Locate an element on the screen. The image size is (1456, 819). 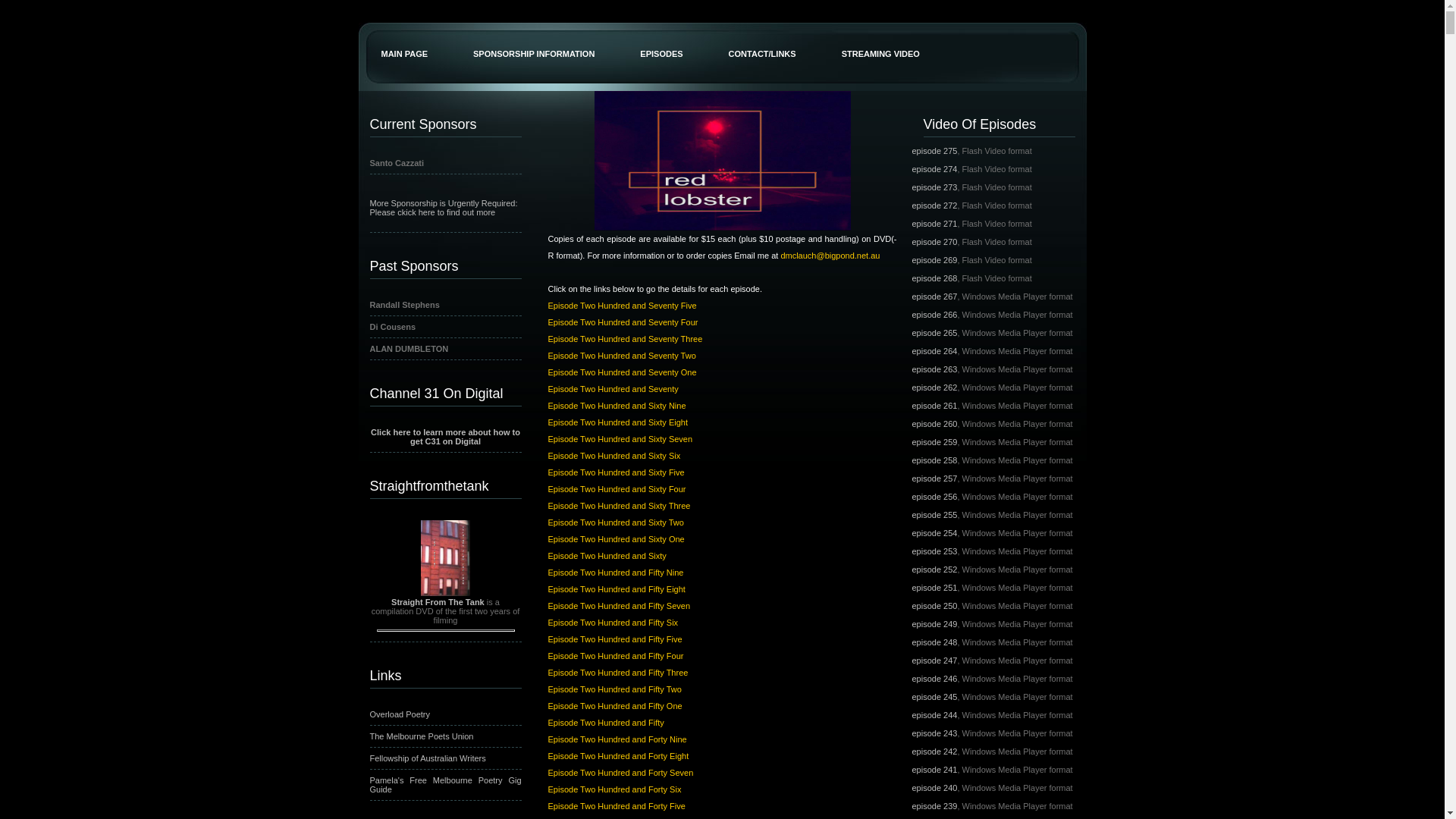
'episode 269' is located at coordinates (934, 259).